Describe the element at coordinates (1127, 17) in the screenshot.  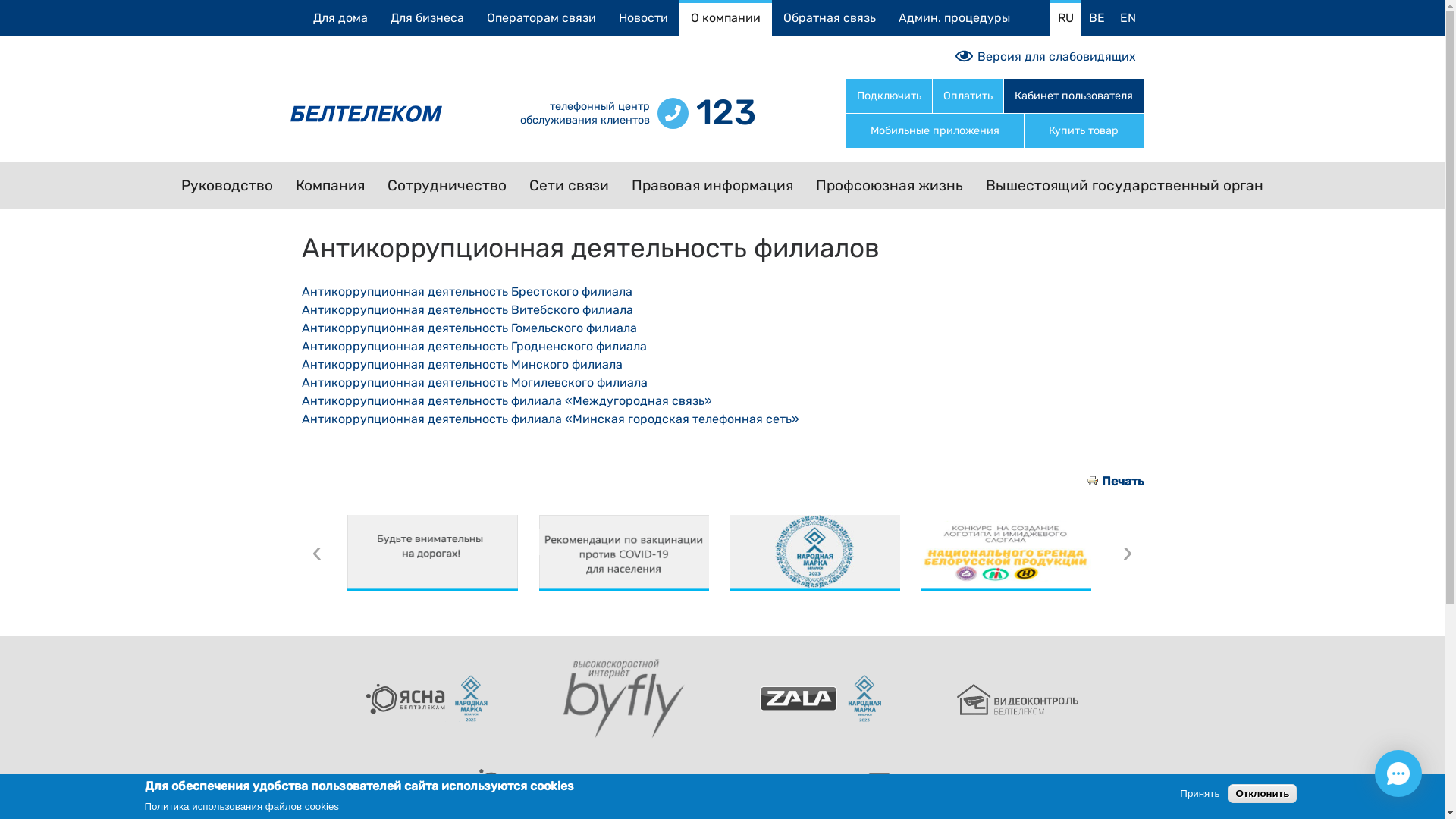
I see `'EN'` at that location.